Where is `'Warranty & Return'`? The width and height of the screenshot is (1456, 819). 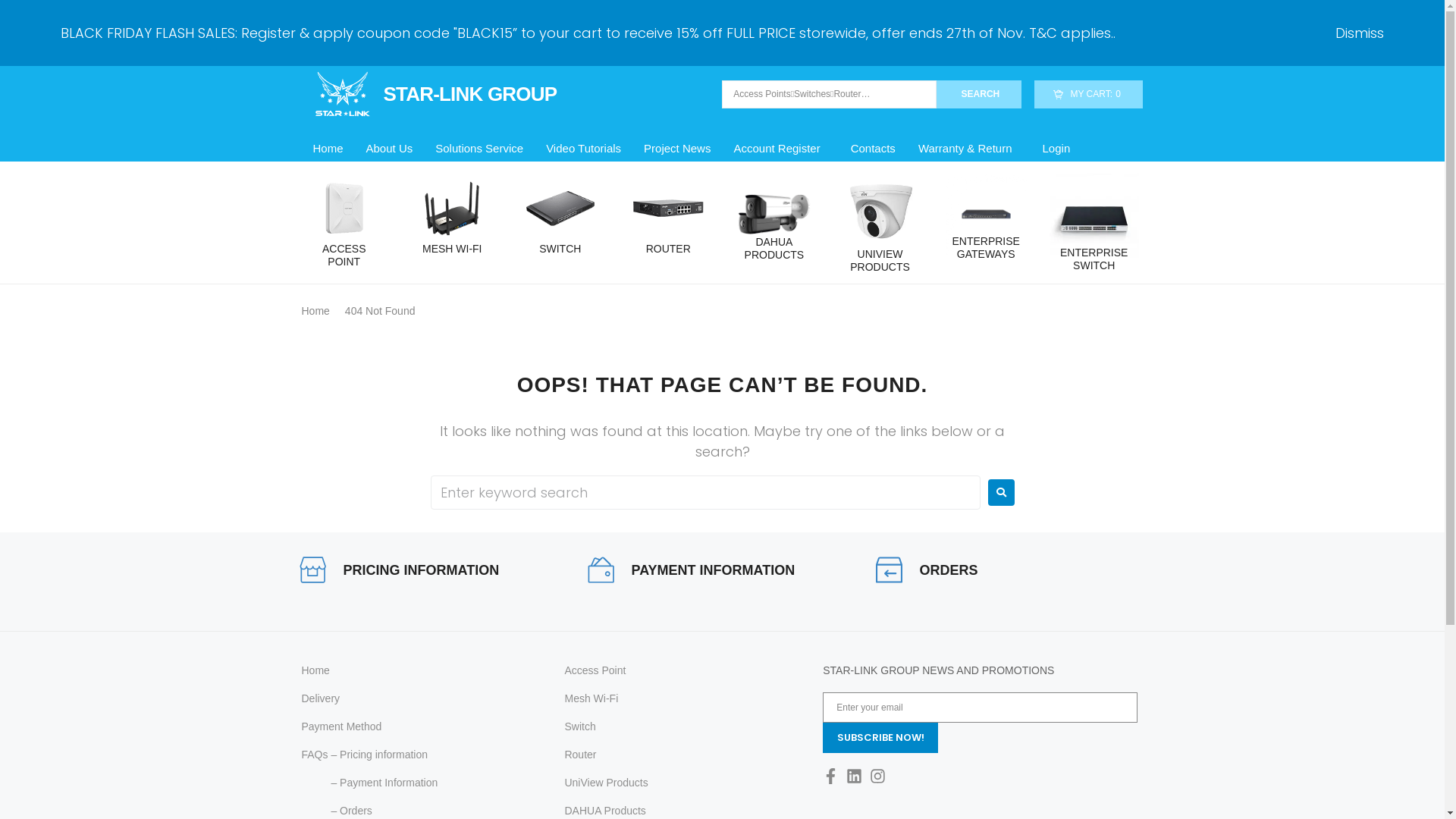
'Warranty & Return' is located at coordinates (968, 149).